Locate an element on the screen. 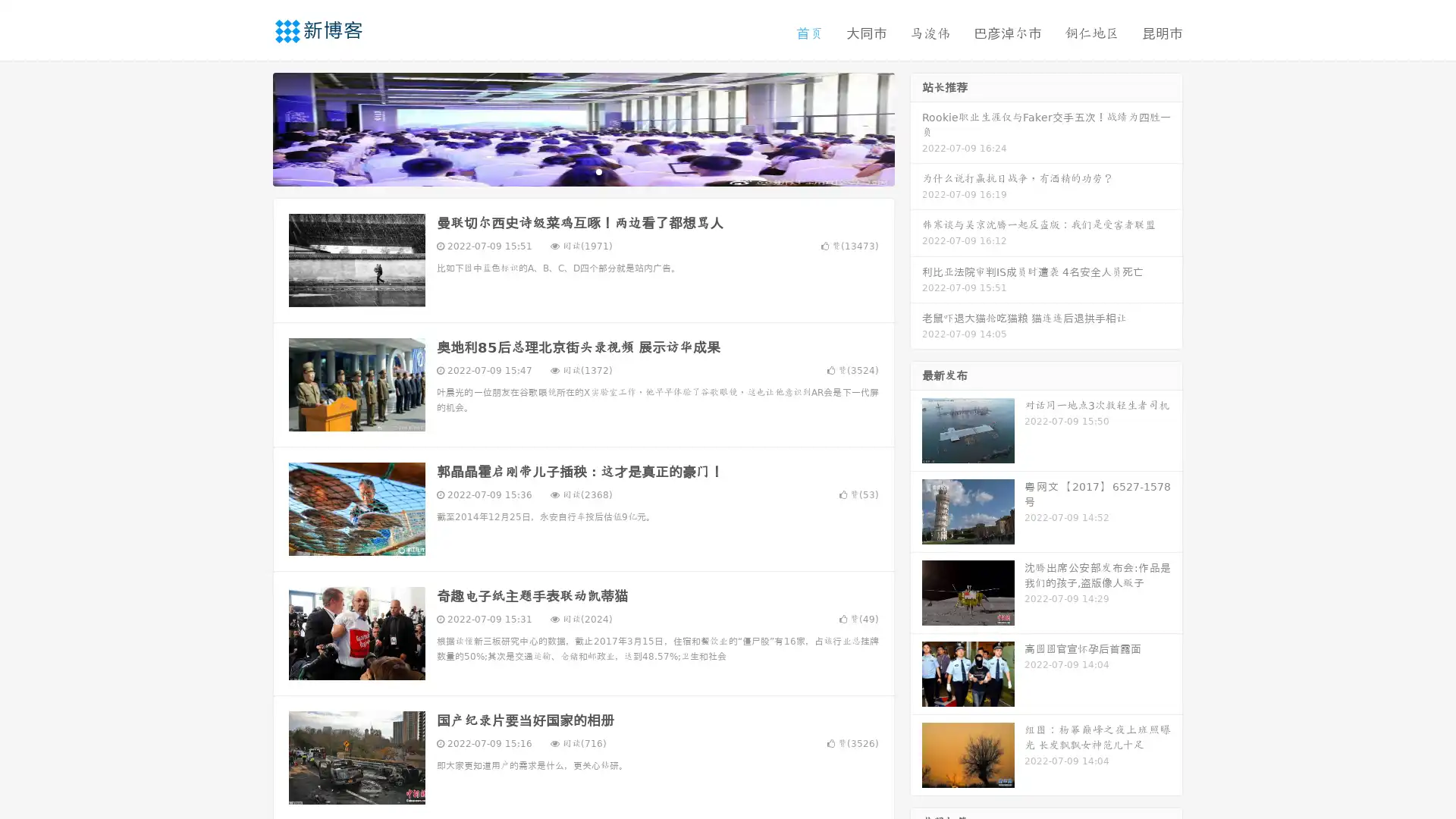 This screenshot has height=819, width=1456. Go to slide 1 is located at coordinates (567, 171).